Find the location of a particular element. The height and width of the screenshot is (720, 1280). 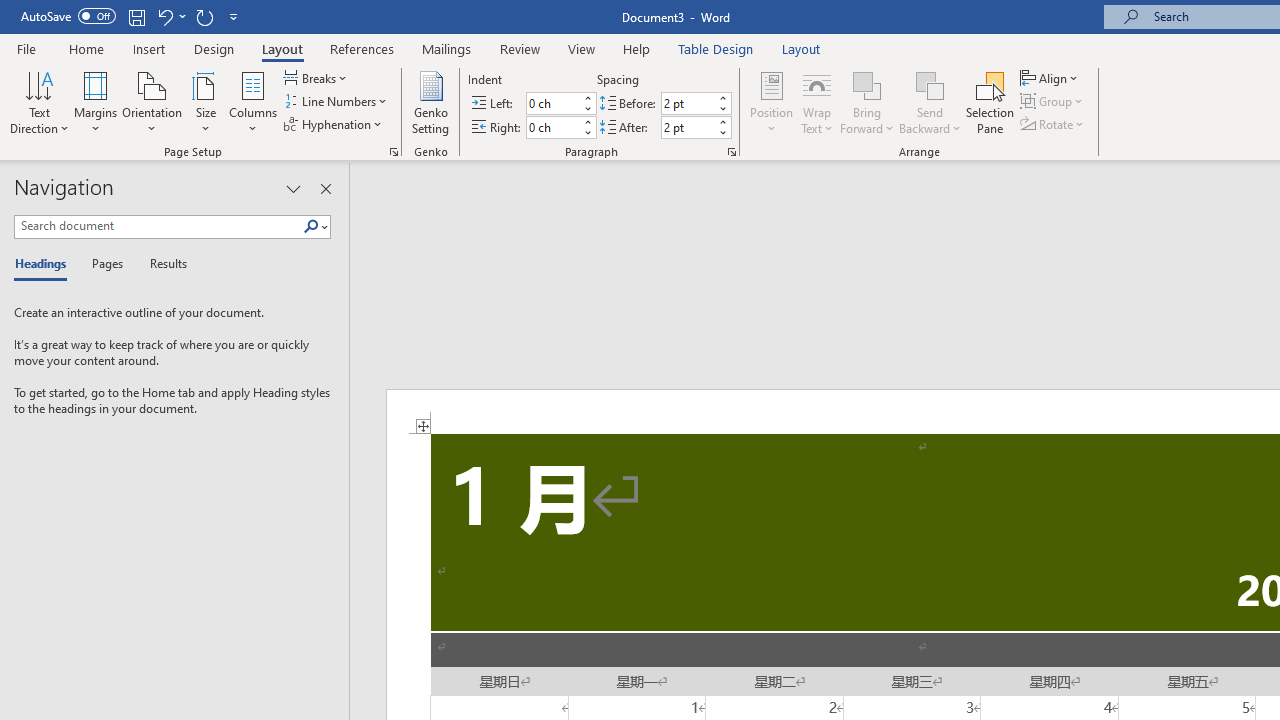

'Size' is located at coordinates (206, 103).